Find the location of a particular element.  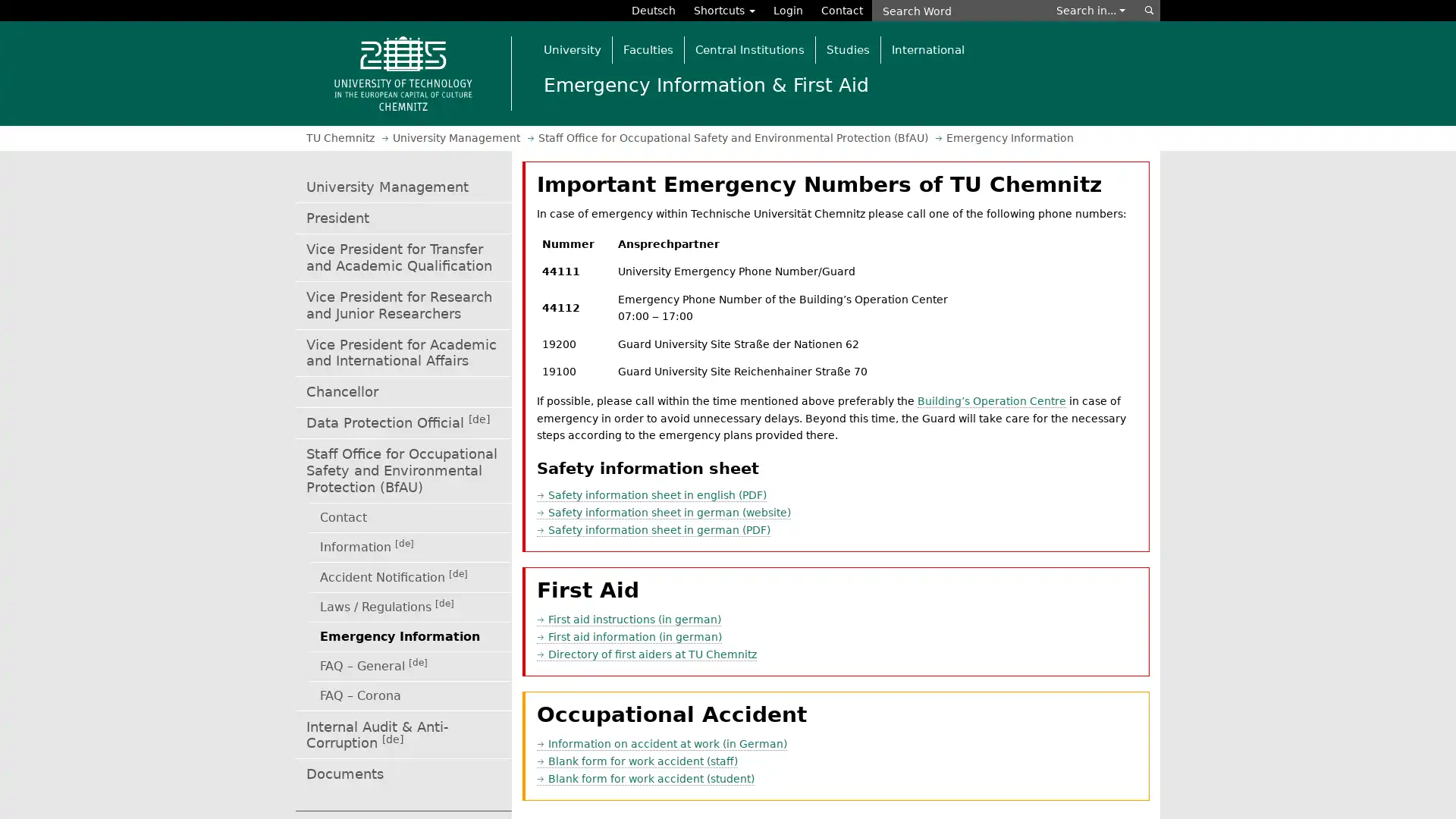

University is located at coordinates (571, 49).